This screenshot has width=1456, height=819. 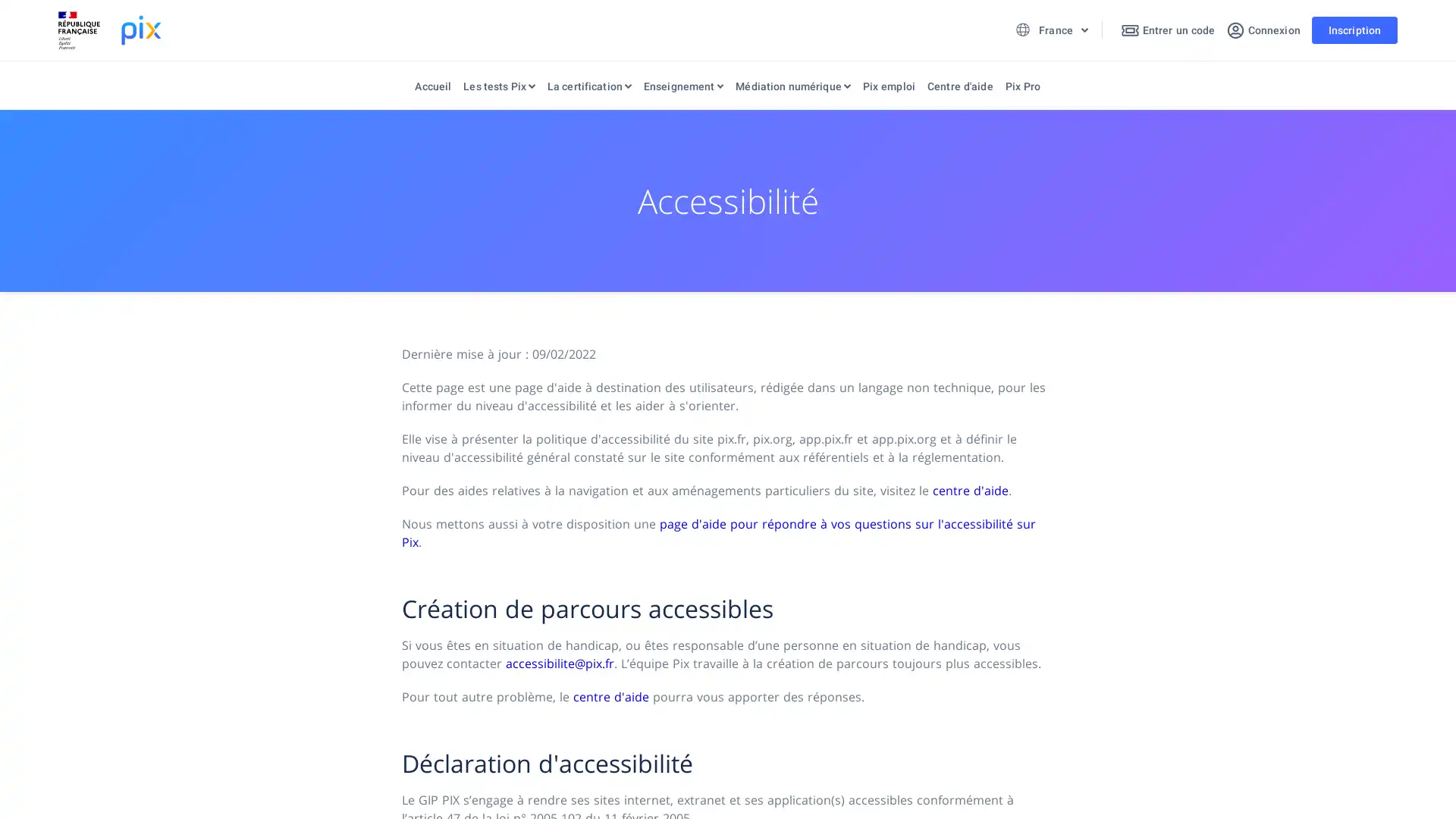 I want to click on Enseignement, so click(x=682, y=89).